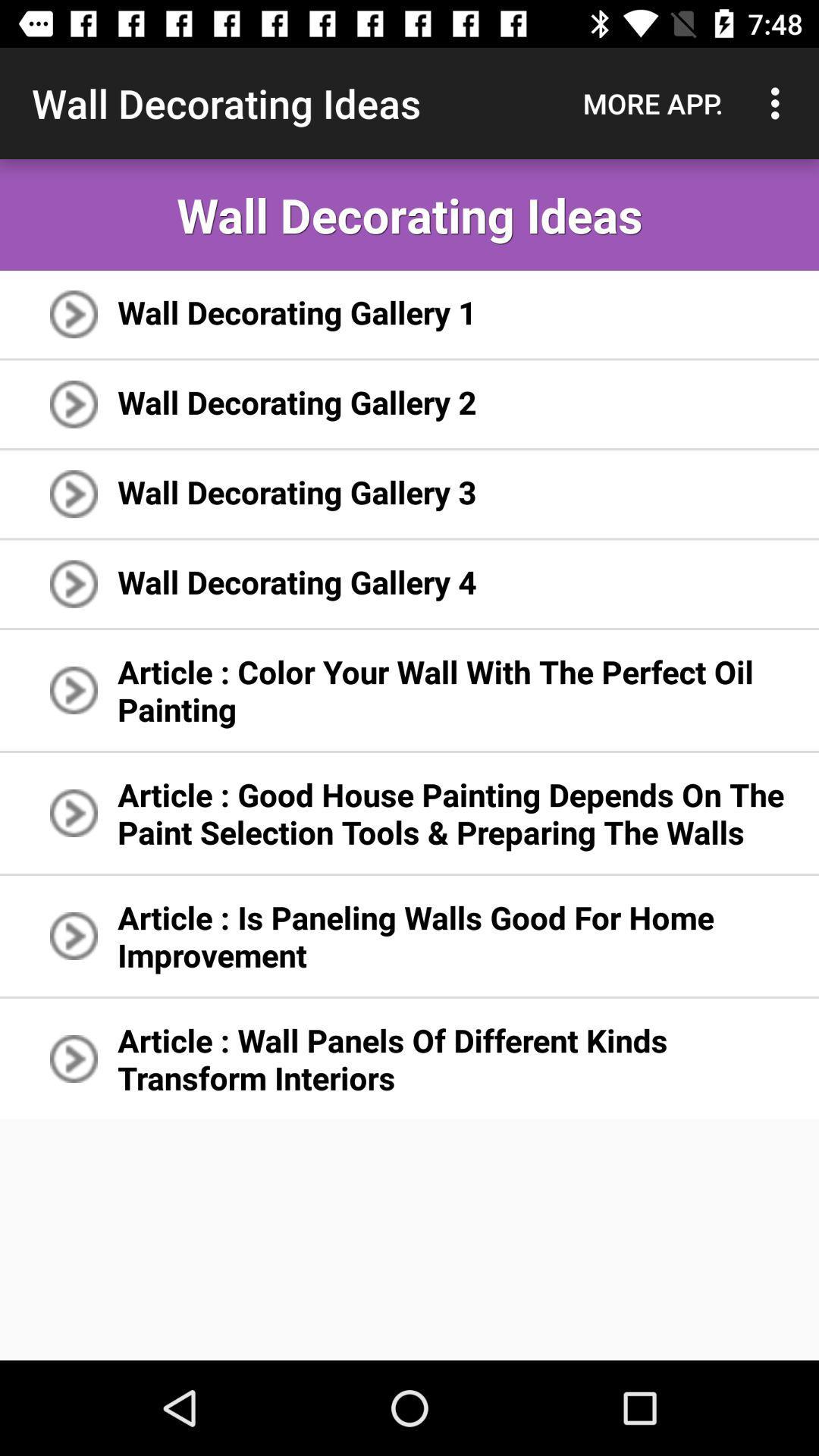  Describe the element at coordinates (779, 102) in the screenshot. I see `the item above wall decorating ideas app` at that location.